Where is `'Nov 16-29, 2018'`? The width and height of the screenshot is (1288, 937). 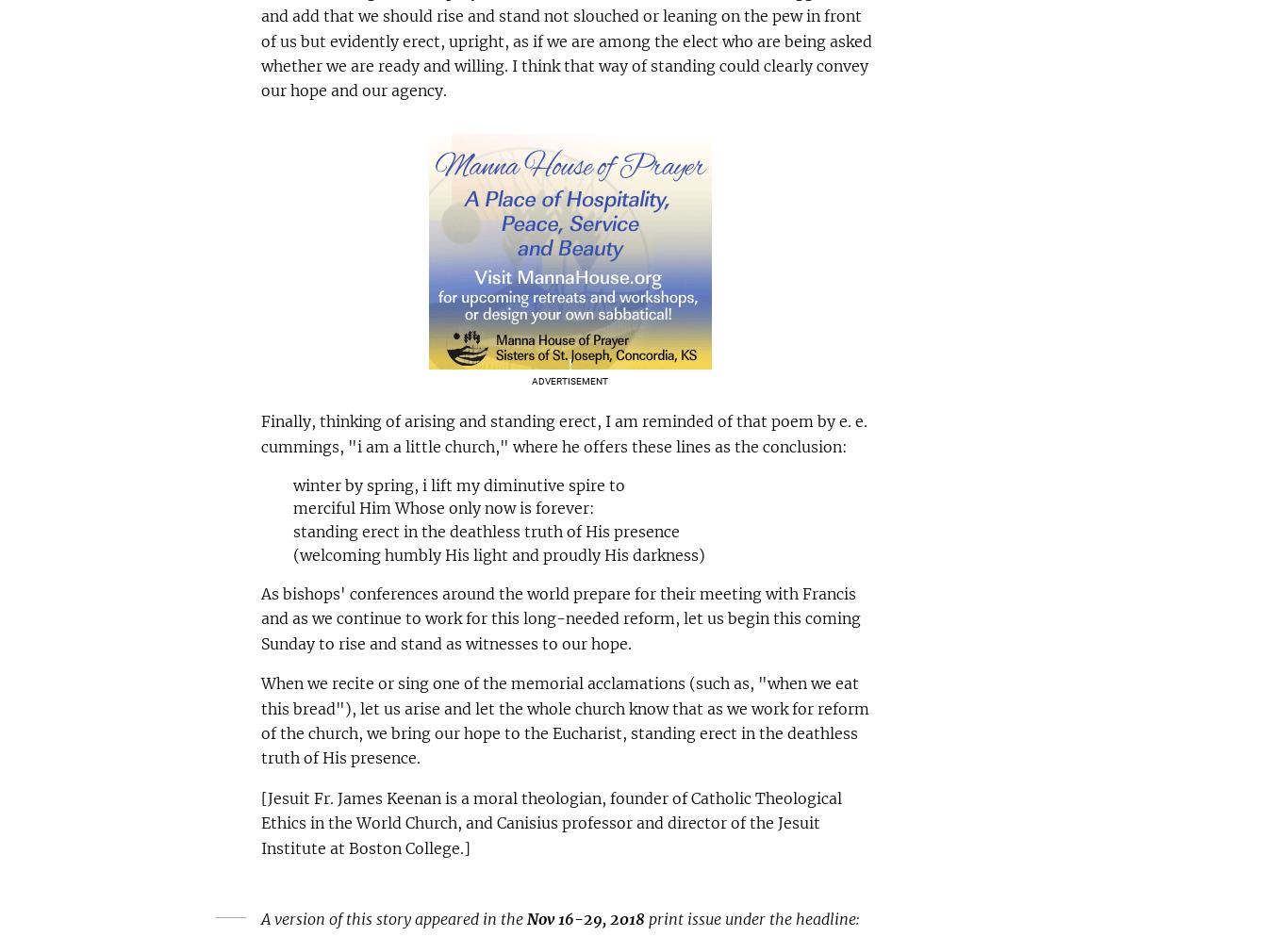 'Nov 16-29, 2018' is located at coordinates (584, 917).